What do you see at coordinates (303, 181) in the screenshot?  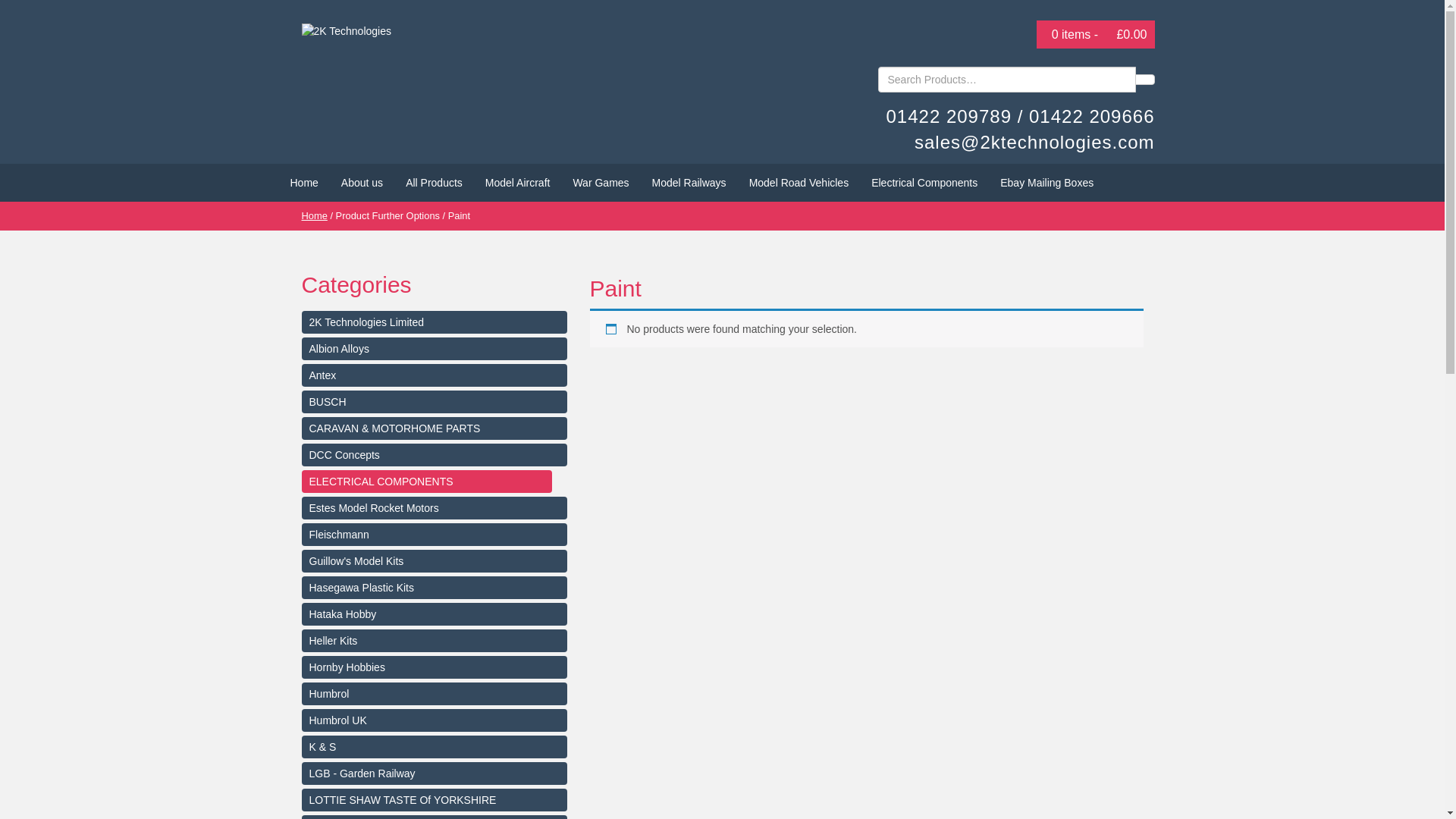 I see `'Home'` at bounding box center [303, 181].